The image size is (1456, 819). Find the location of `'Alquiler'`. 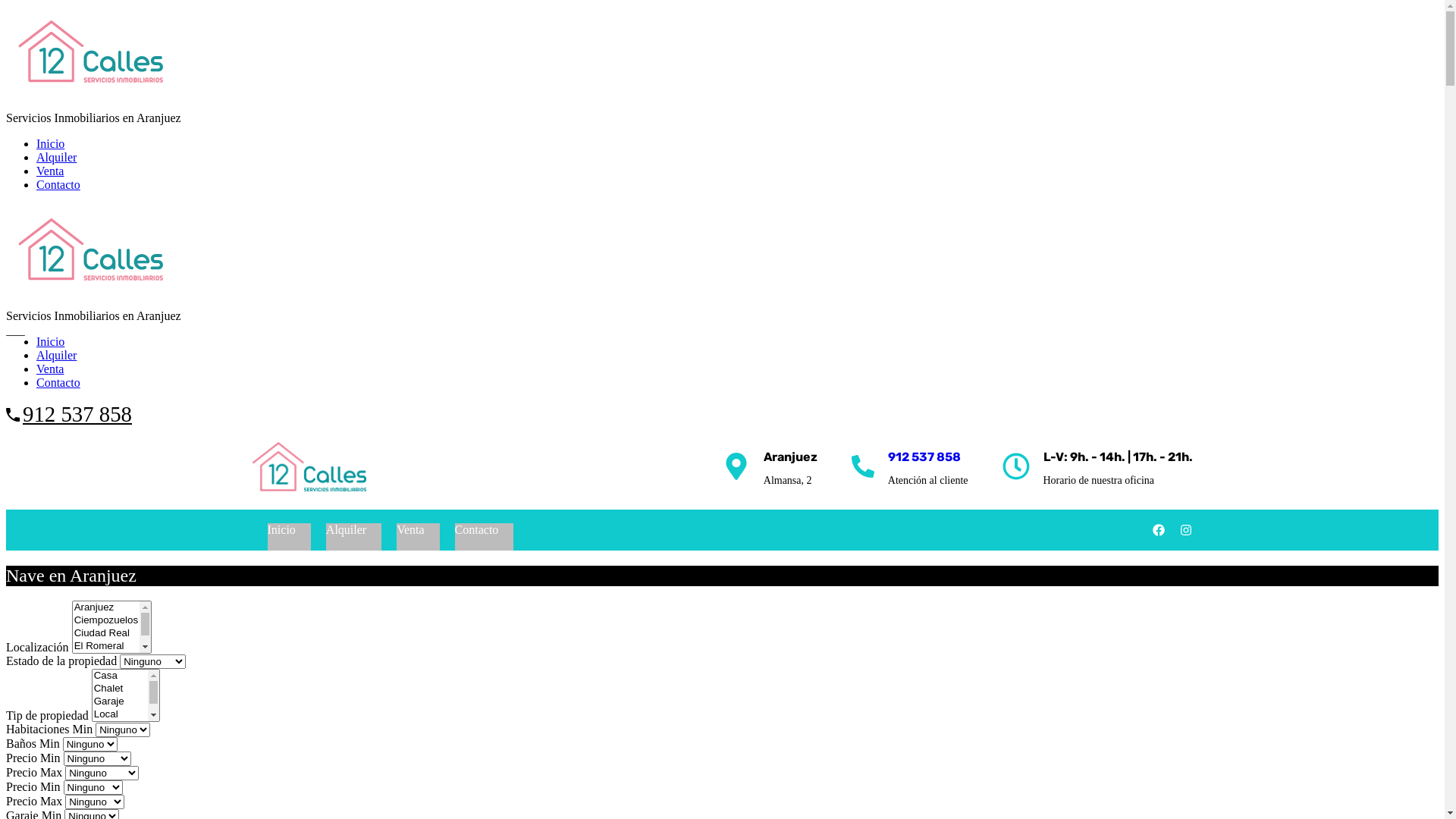

'Alquiler' is located at coordinates (345, 529).